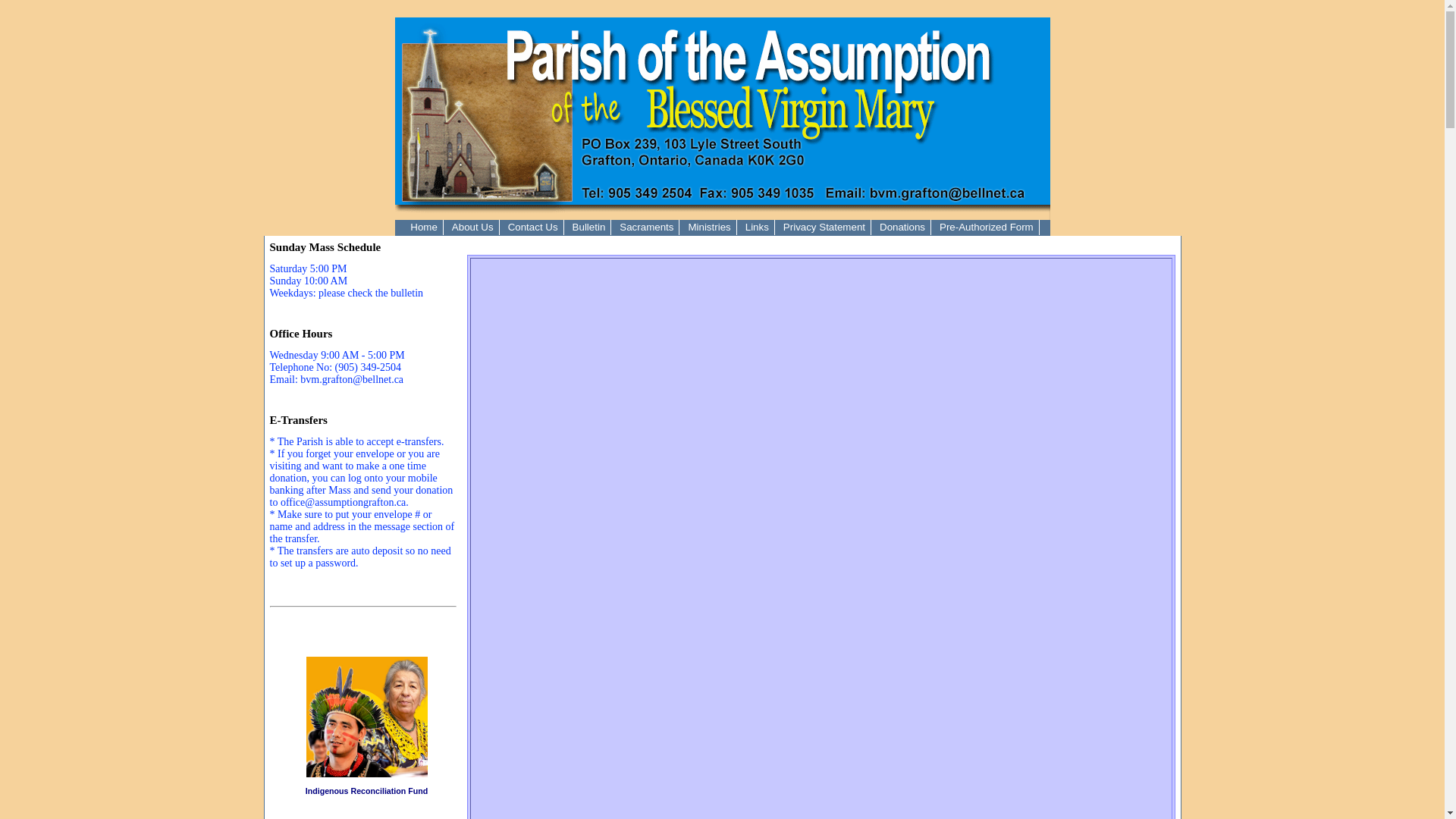  Describe the element at coordinates (424, 227) in the screenshot. I see `'Home'` at that location.